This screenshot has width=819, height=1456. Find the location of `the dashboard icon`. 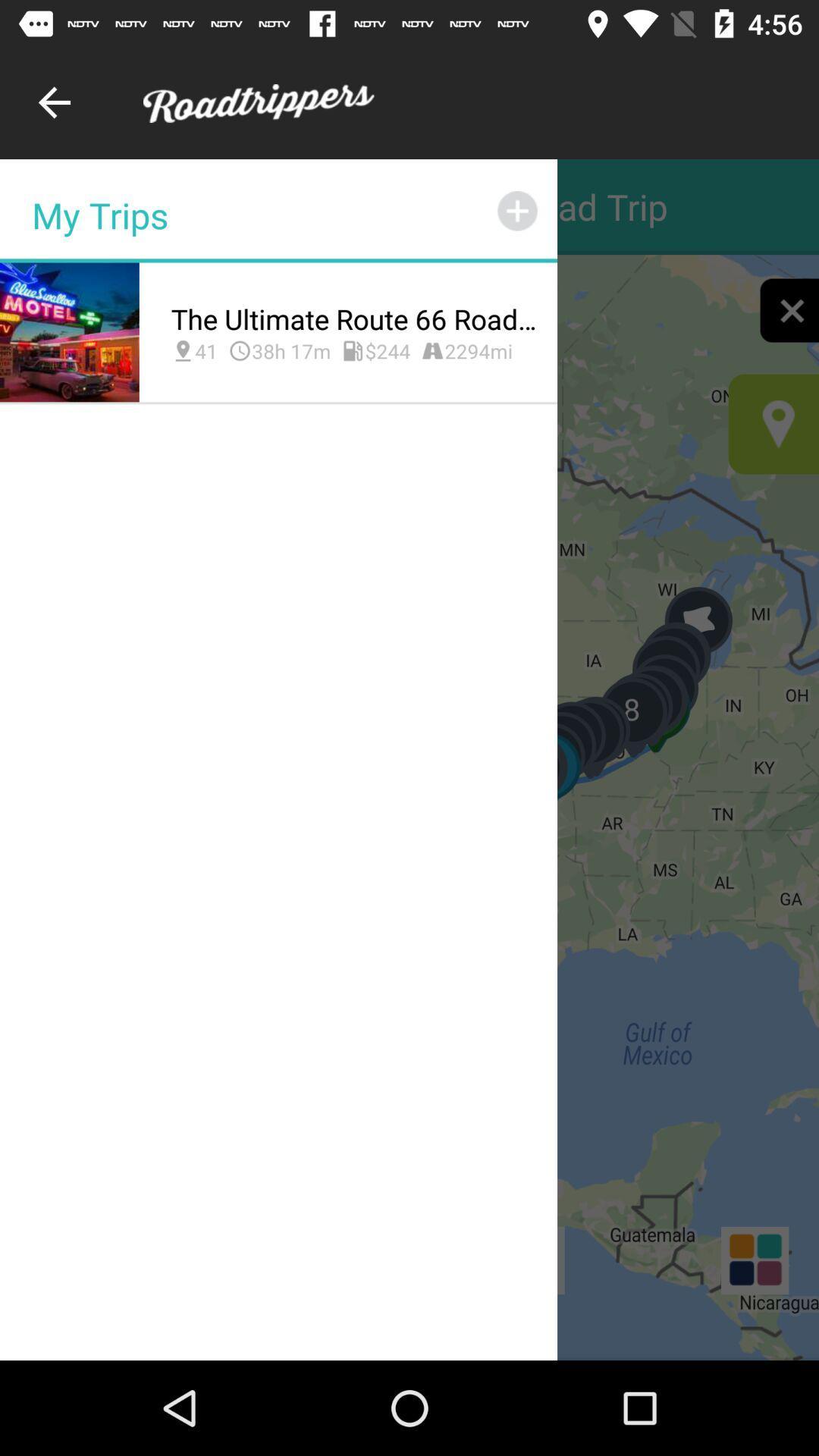

the dashboard icon is located at coordinates (755, 1260).